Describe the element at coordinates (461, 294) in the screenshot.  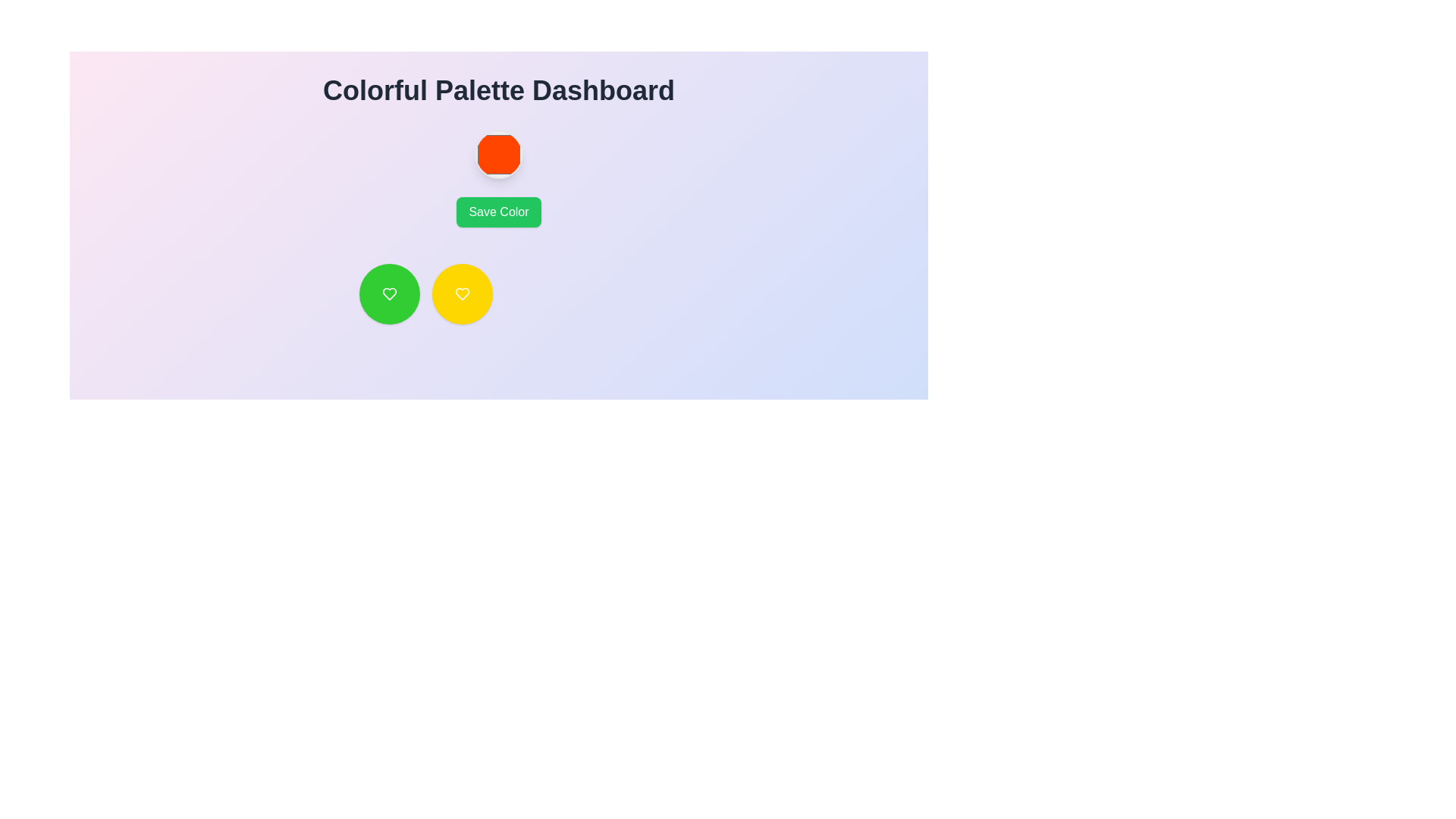
I see `the second button in the row below the 'Save Color' button, which is located` at that location.